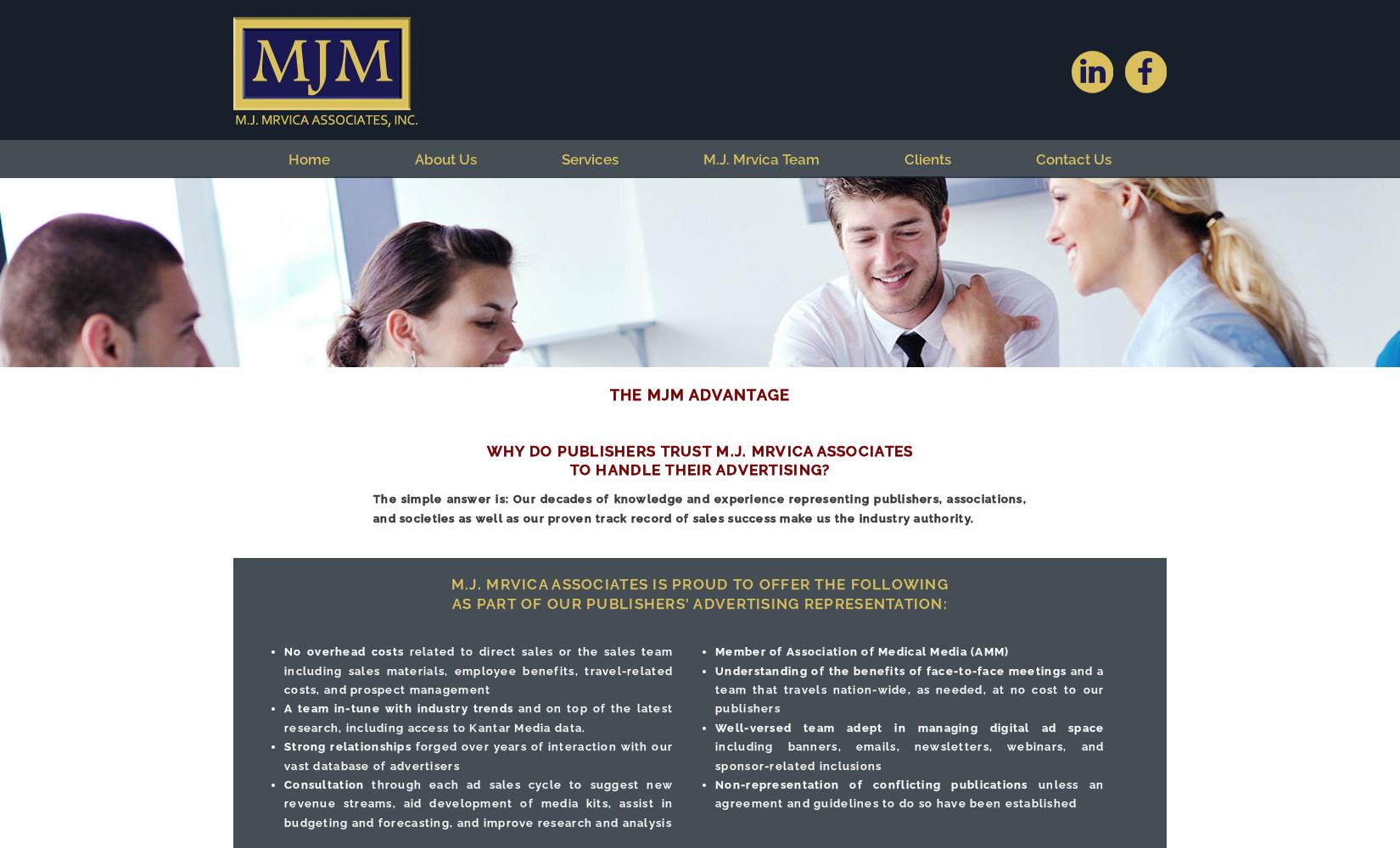 The width and height of the screenshot is (1400, 848). I want to click on 'Strong  relationships', so click(347, 746).